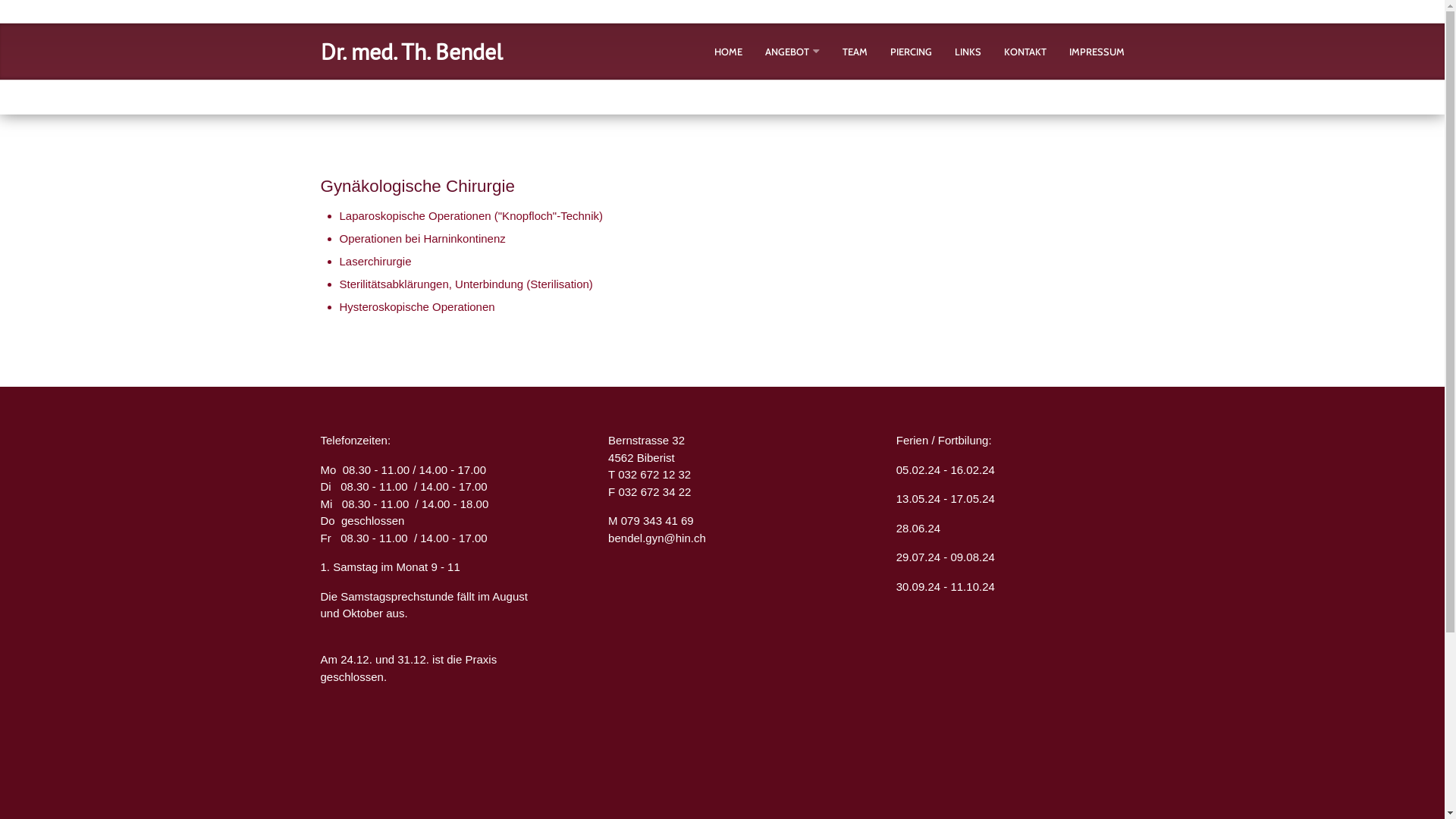 This screenshot has width=1456, height=819. Describe the element at coordinates (910, 51) in the screenshot. I see `'PIERCING'` at that location.